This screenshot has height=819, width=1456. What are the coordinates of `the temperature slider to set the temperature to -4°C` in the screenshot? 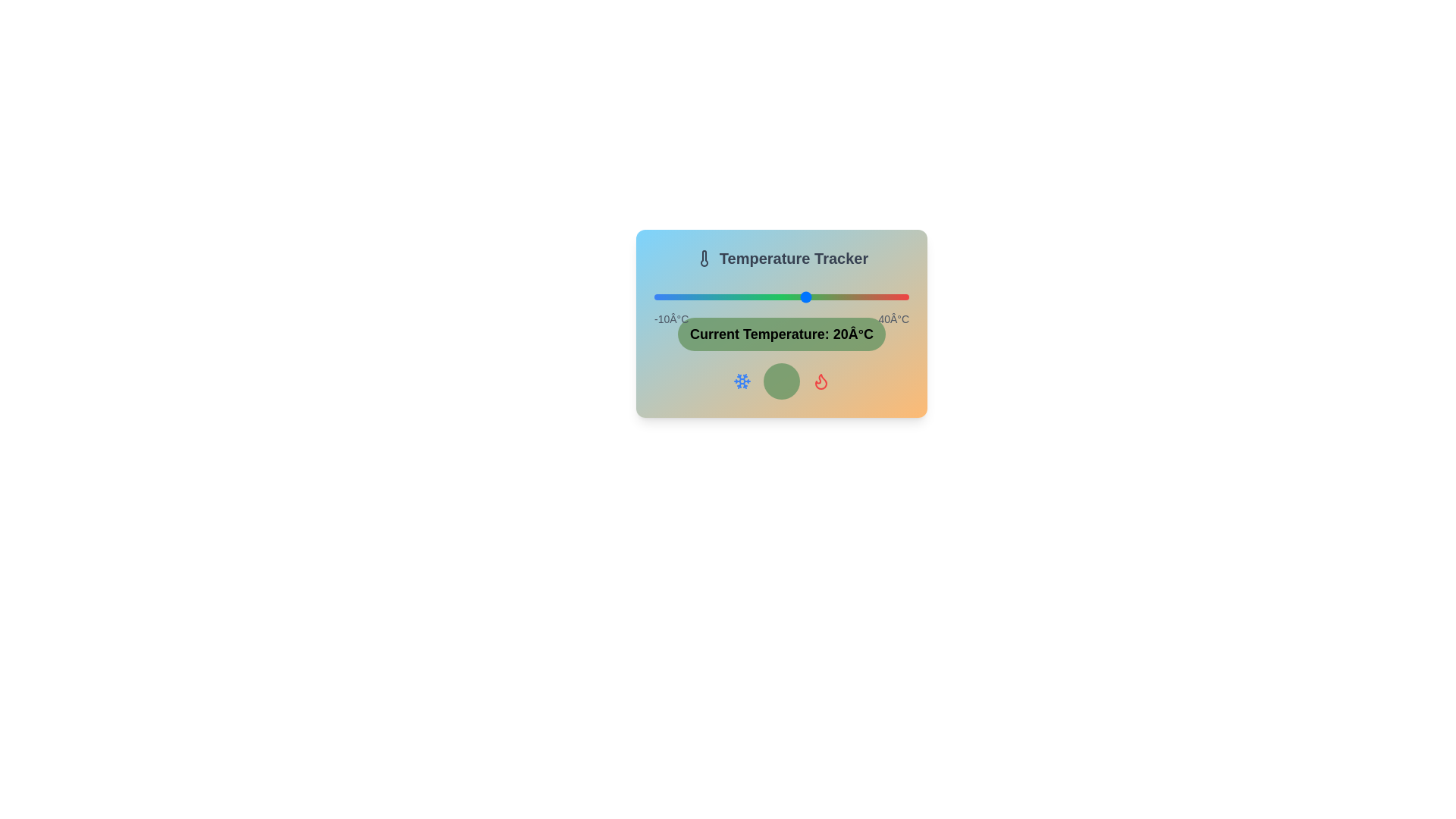 It's located at (684, 297).